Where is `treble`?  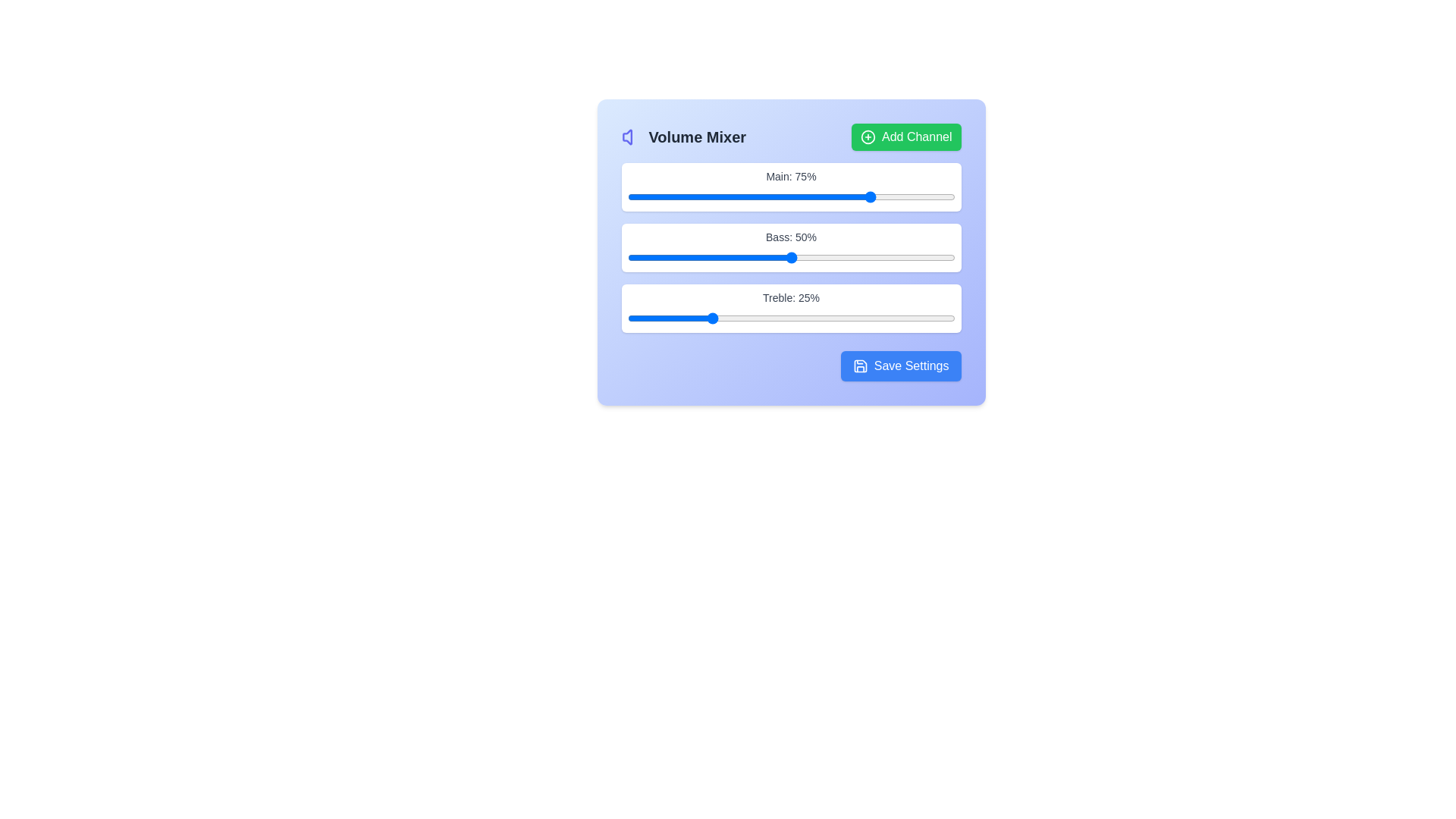 treble is located at coordinates (836, 318).